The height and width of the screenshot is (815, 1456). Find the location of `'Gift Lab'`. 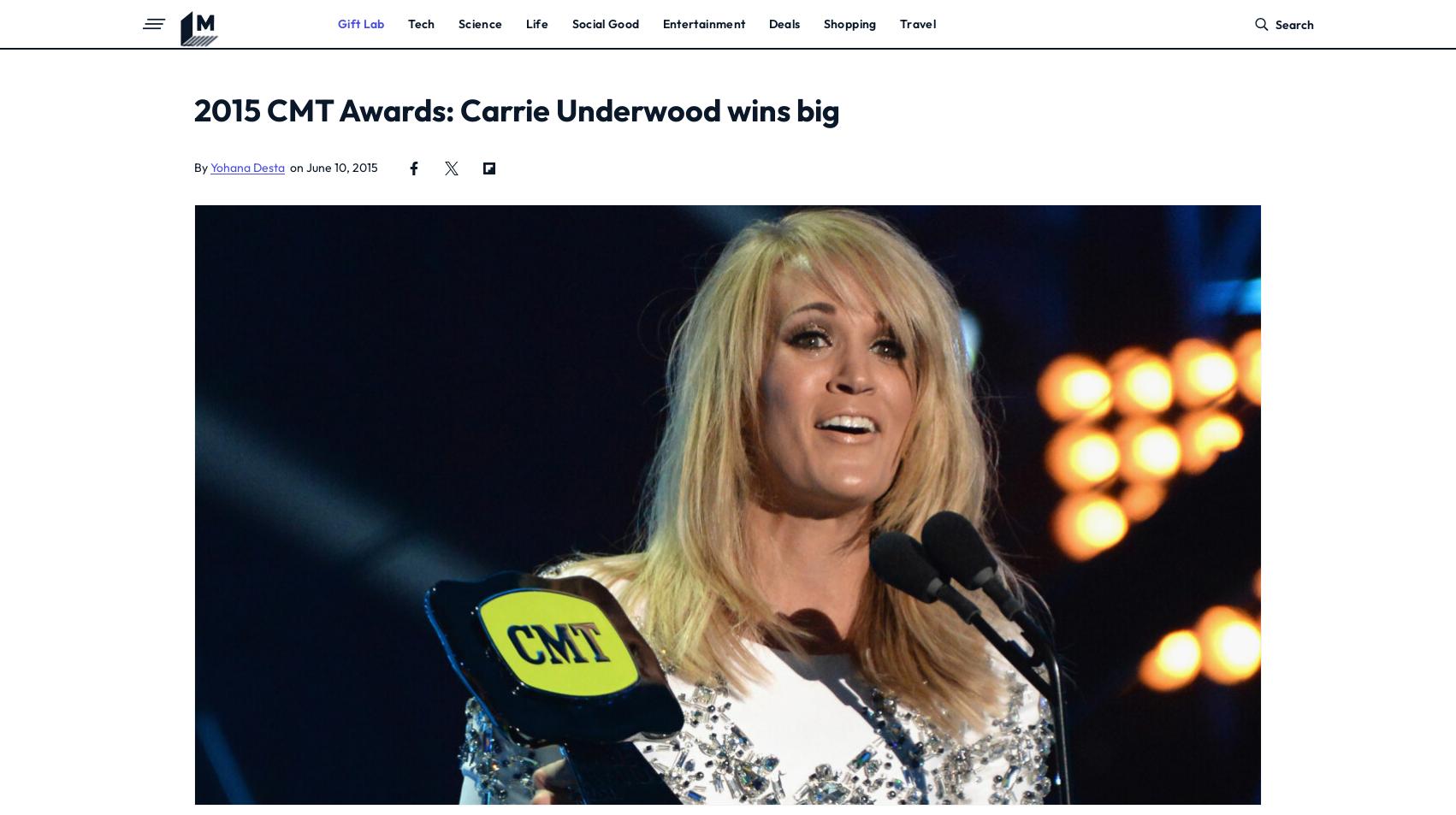

'Gift Lab' is located at coordinates (360, 23).